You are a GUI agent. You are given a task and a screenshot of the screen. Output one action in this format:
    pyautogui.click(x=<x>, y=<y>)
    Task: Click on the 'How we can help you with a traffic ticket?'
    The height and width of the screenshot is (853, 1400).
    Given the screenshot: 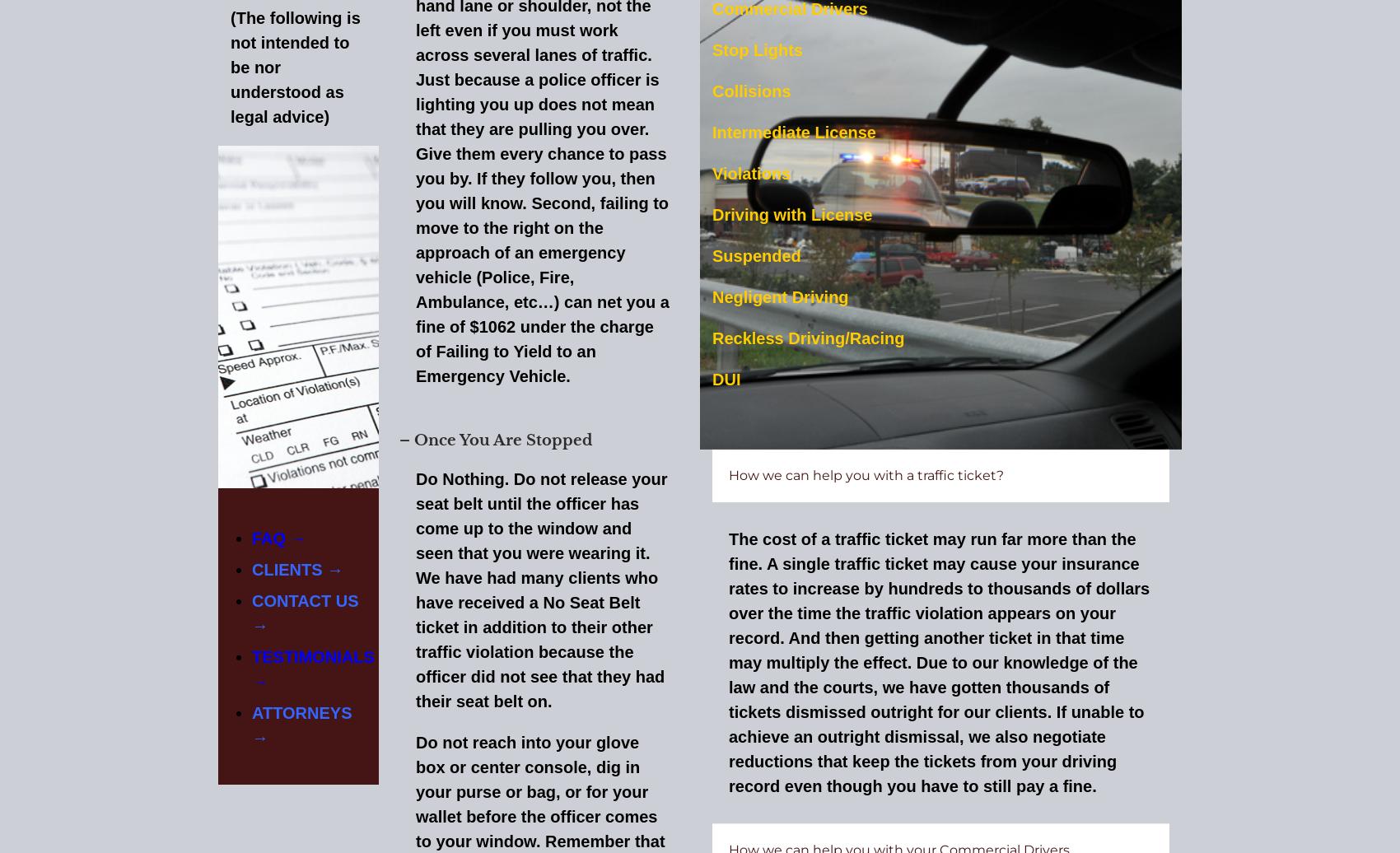 What is the action you would take?
    pyautogui.click(x=729, y=474)
    